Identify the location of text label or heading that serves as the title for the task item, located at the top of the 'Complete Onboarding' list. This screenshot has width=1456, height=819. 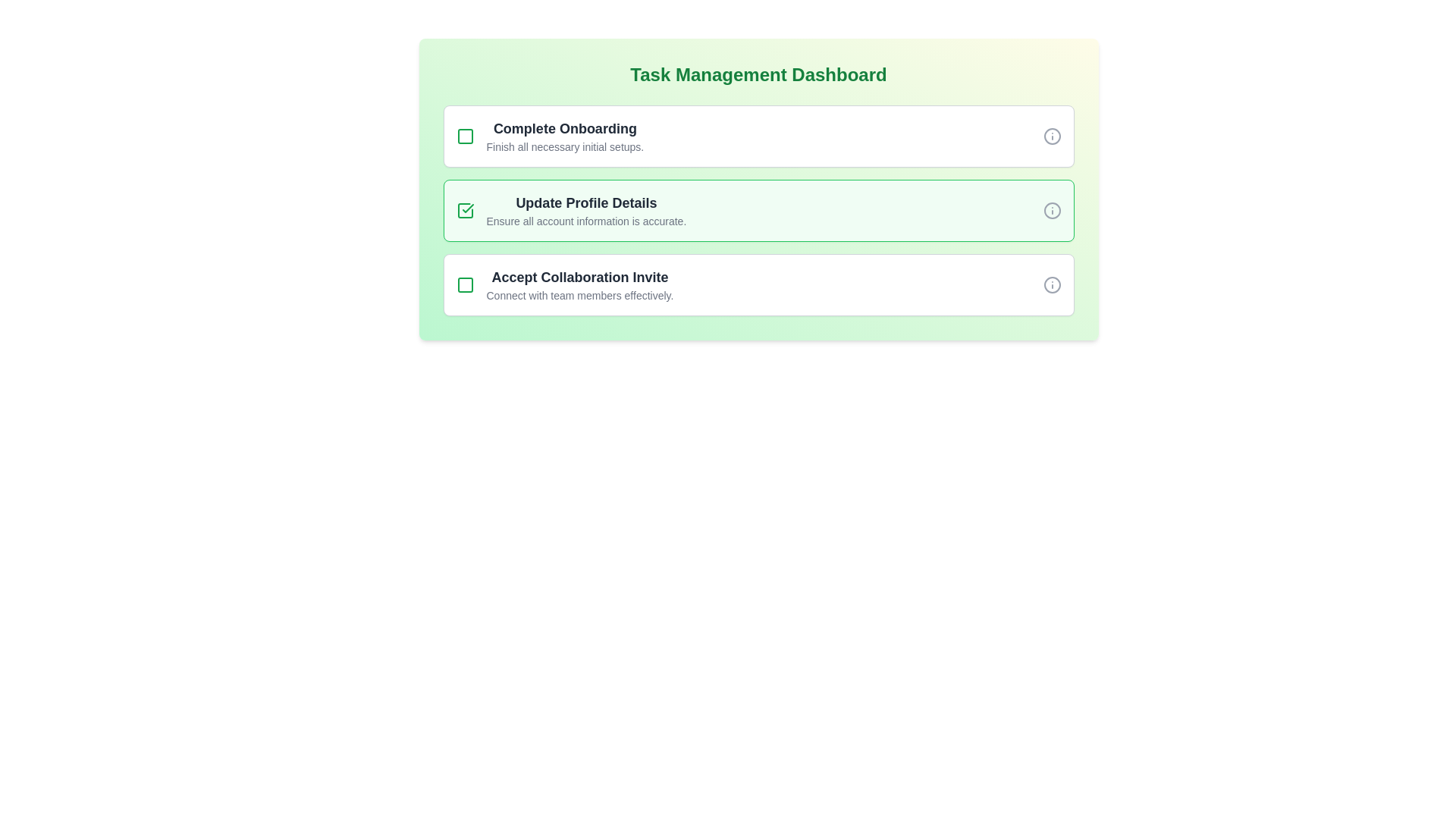
(564, 127).